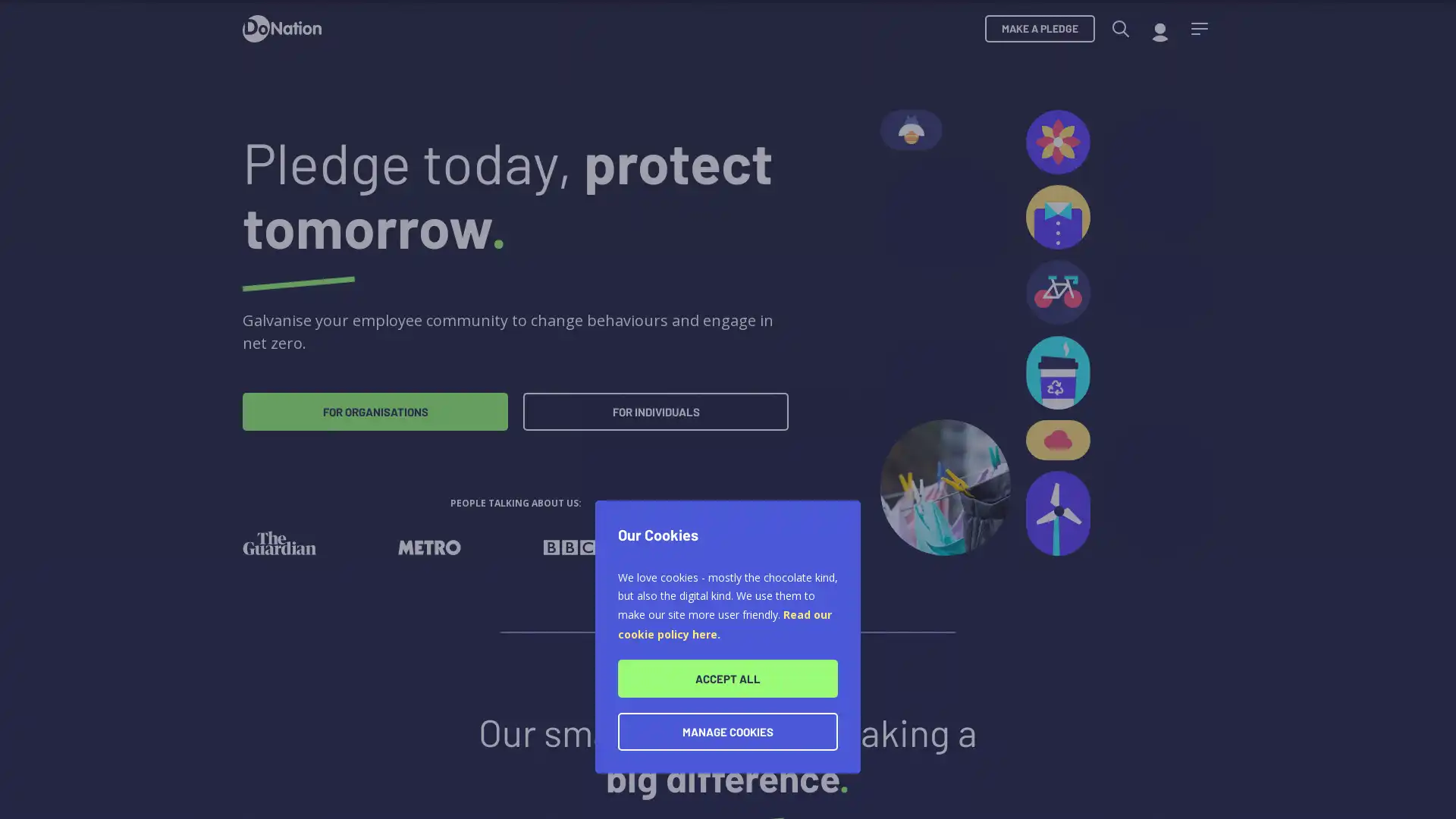  I want to click on MAKE A PLEDGE, so click(1039, 29).